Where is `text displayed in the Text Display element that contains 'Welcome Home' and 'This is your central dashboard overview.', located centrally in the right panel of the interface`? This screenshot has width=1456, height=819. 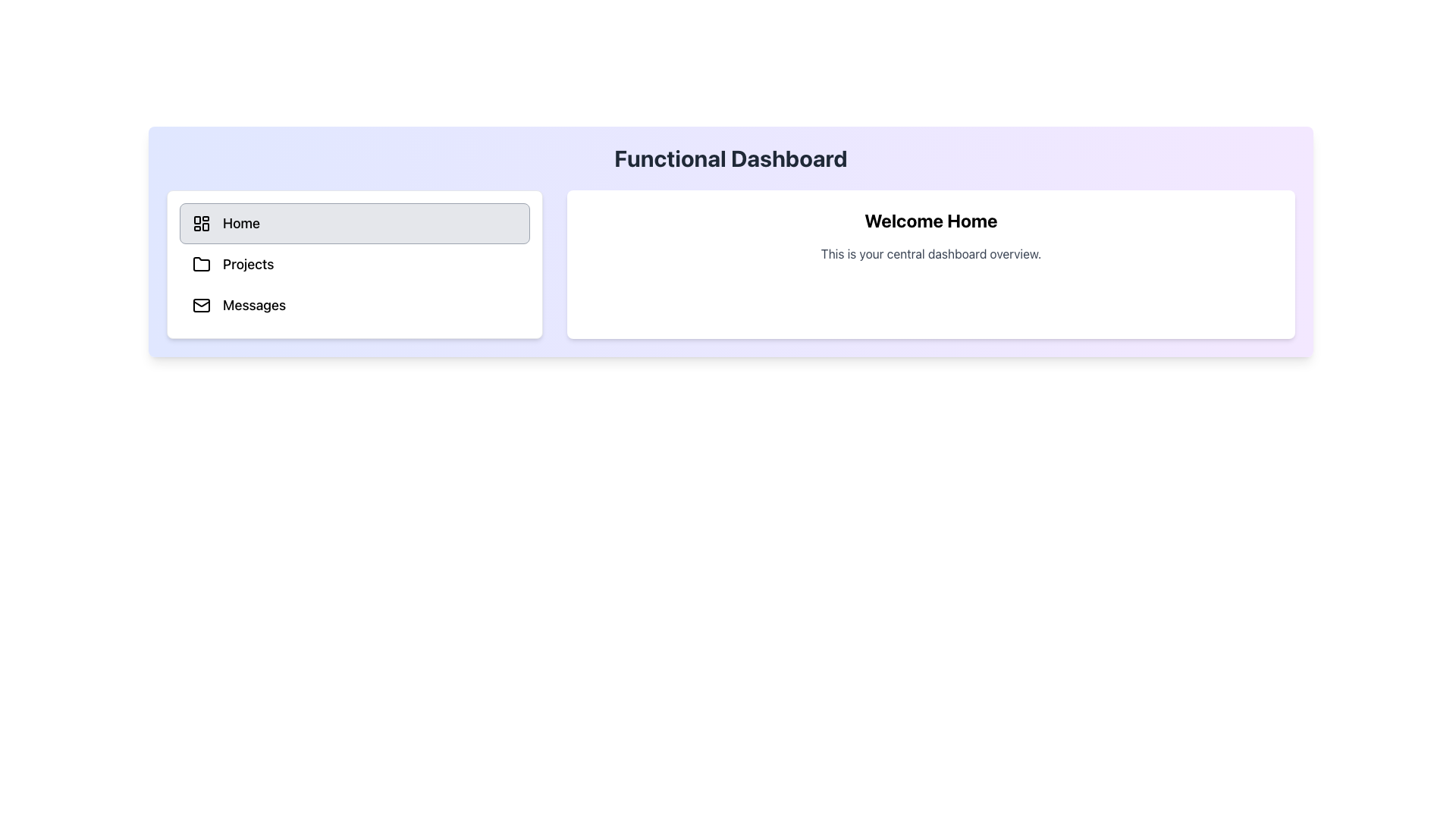
text displayed in the Text Display element that contains 'Welcome Home' and 'This is your central dashboard overview.', located centrally in the right panel of the interface is located at coordinates (930, 236).